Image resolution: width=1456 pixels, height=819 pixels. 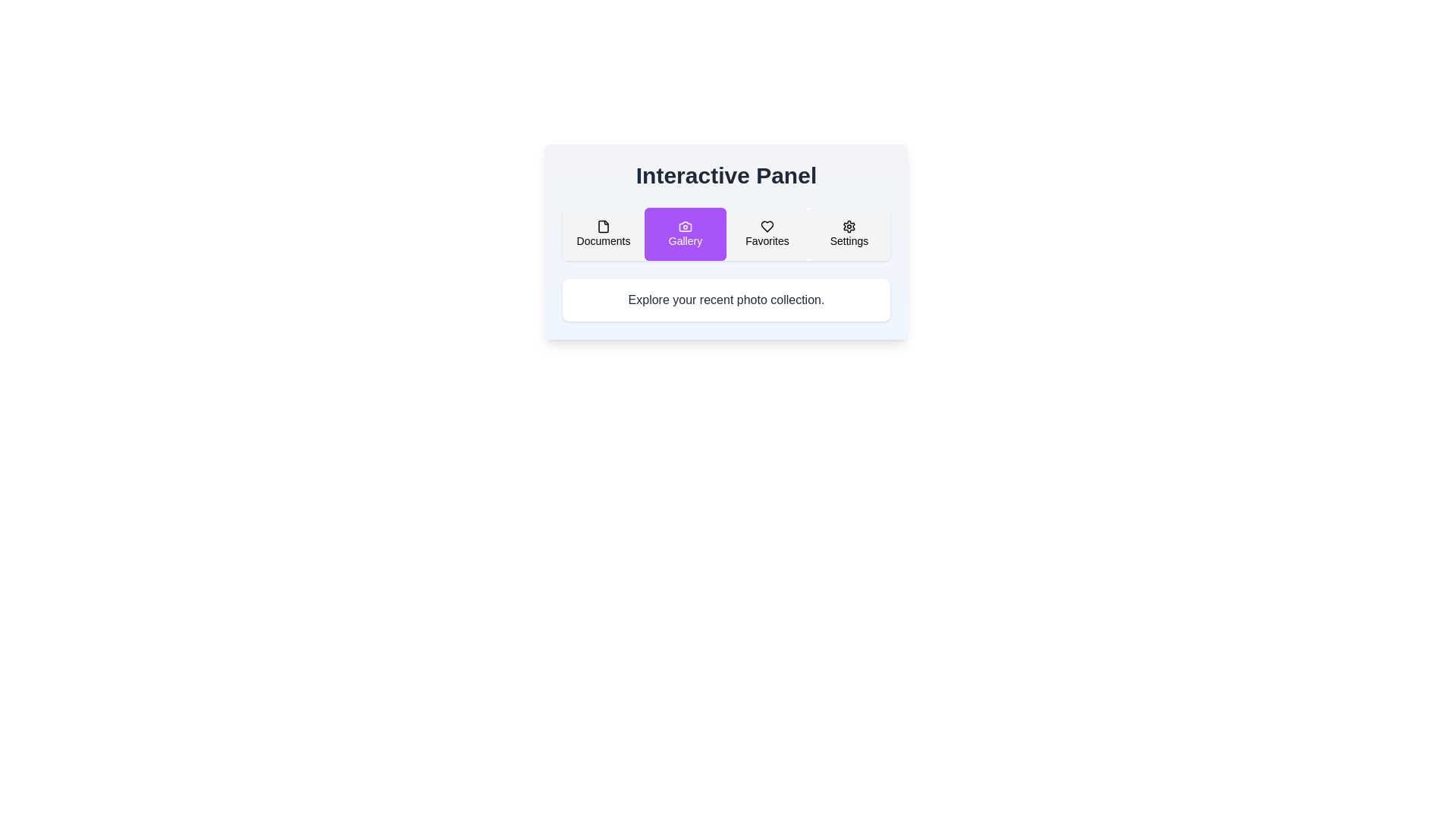 What do you see at coordinates (767, 227) in the screenshot?
I see `the heart-shaped 'Favorites' icon located above the text 'Favorites' in the third section of the interactive panel` at bounding box center [767, 227].